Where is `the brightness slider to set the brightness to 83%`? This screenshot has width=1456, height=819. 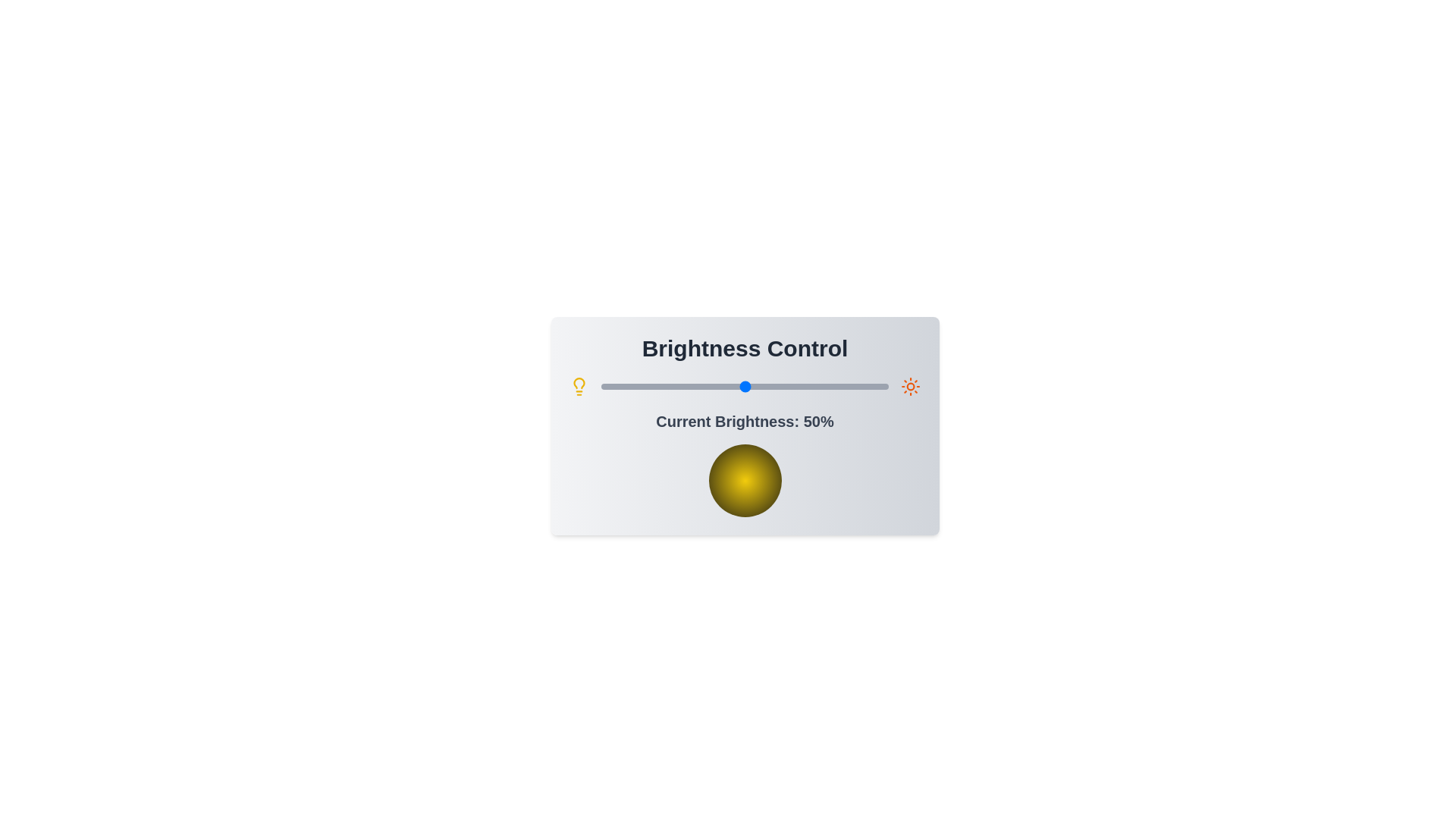 the brightness slider to set the brightness to 83% is located at coordinates (839, 385).